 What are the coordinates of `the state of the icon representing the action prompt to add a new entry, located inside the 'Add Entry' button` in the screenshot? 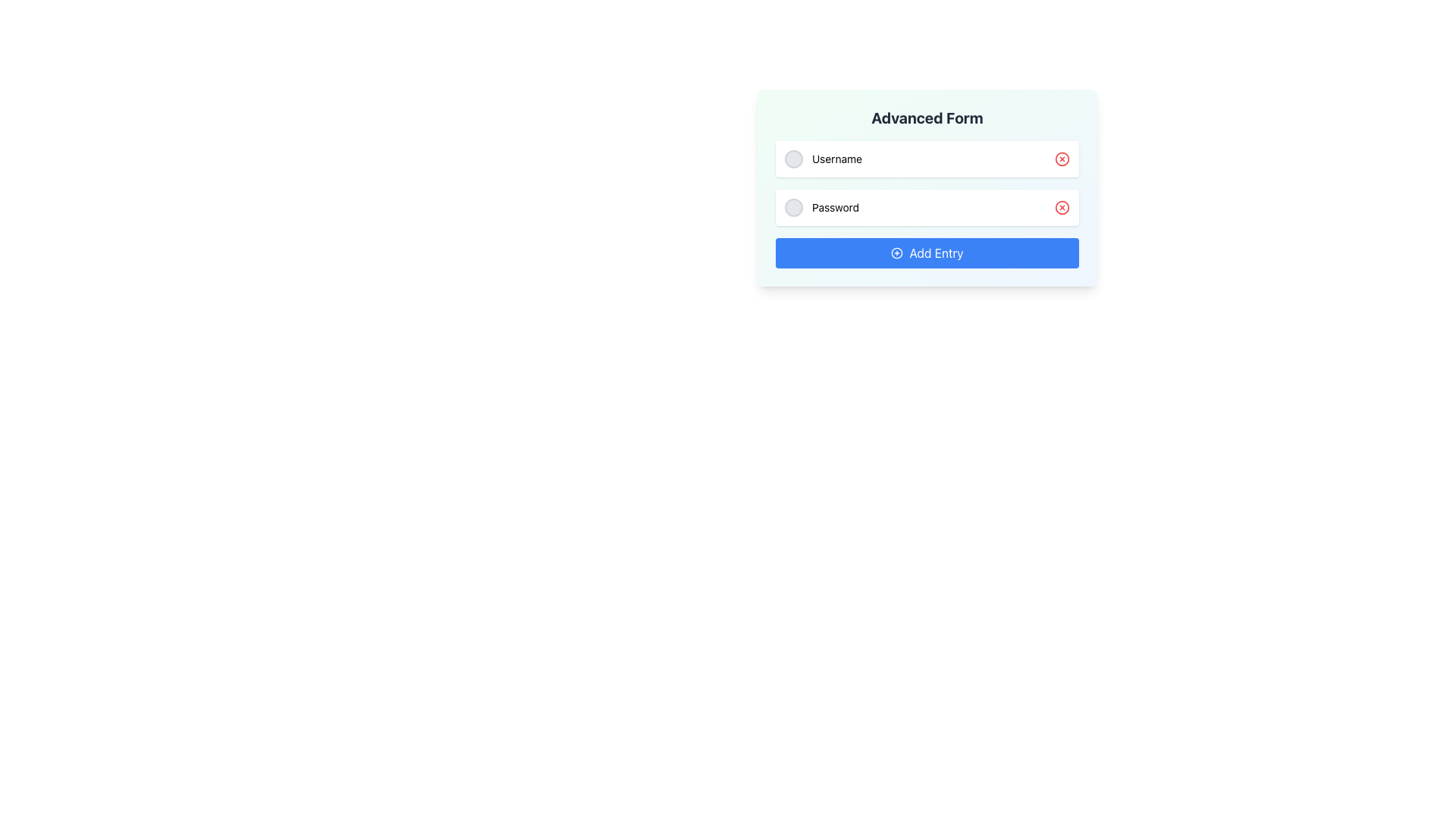 It's located at (897, 253).